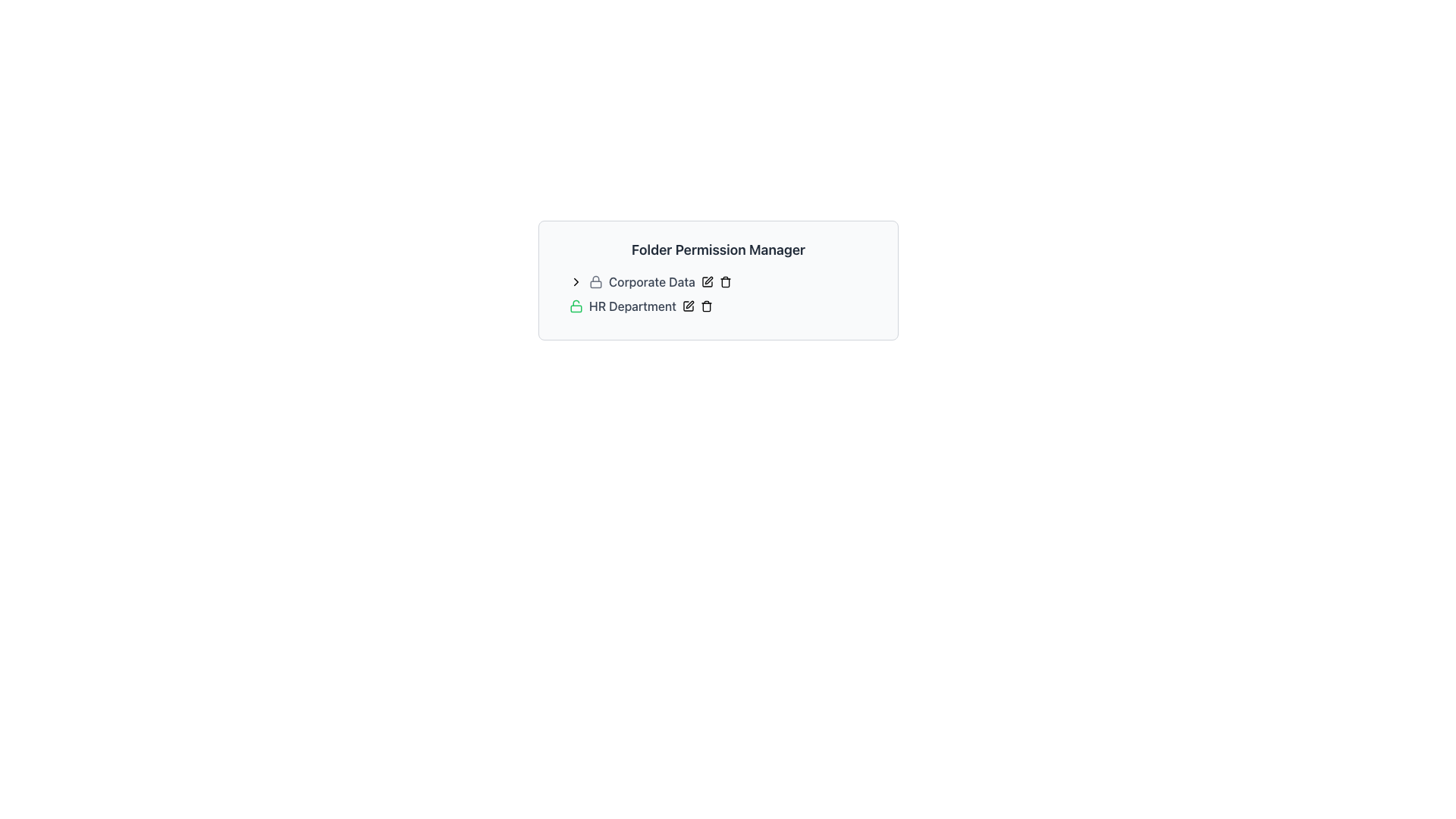 Image resolution: width=1456 pixels, height=819 pixels. Describe the element at coordinates (651, 281) in the screenshot. I see `the static text label indicating the name of a folder or category within the permission management interface, located between a lock icon and edit/trash icons` at that location.